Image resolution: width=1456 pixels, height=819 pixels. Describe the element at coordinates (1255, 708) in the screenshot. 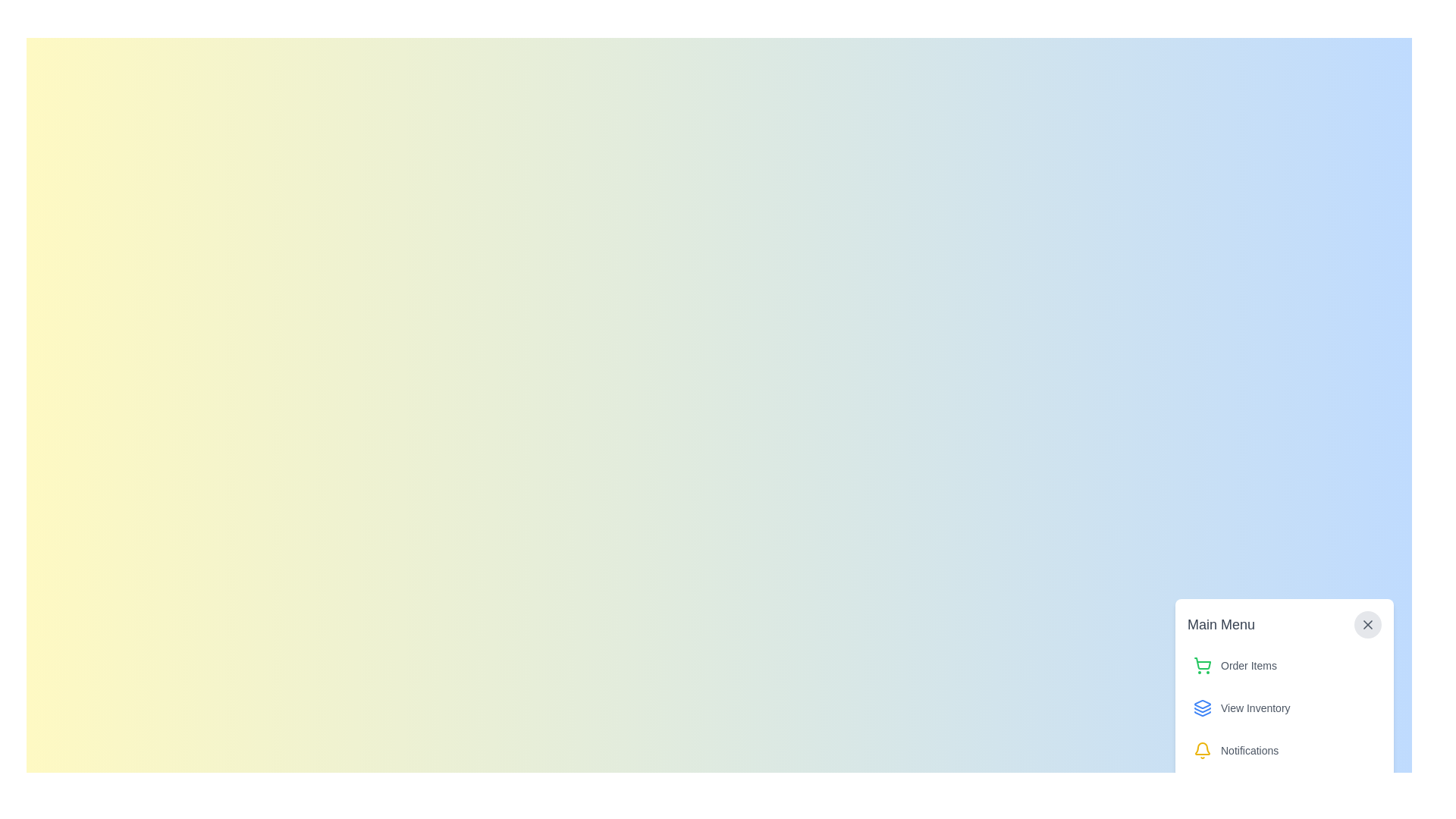

I see `the Text Label for inventory navigation using keyboard navigation` at that location.